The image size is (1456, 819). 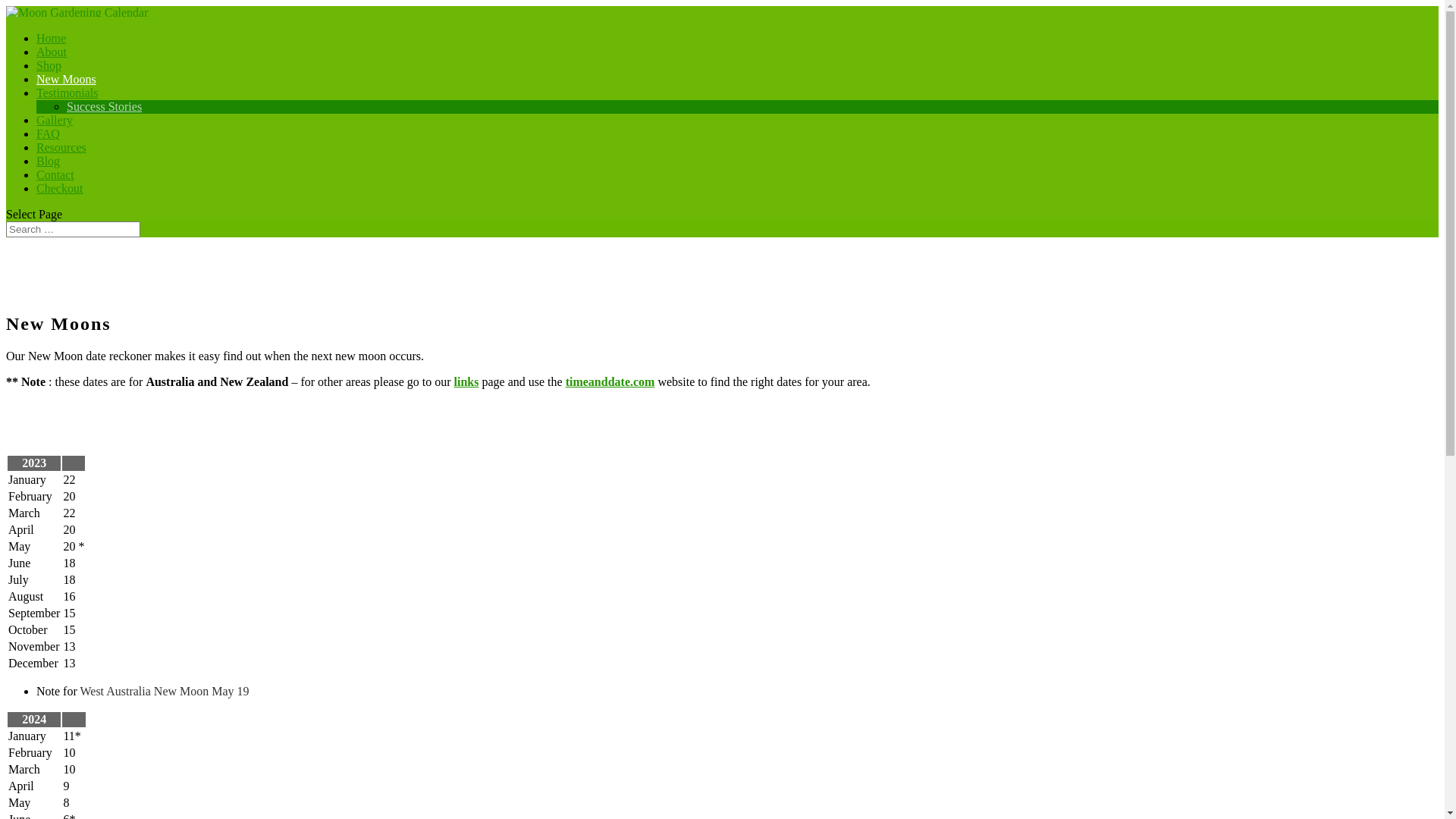 What do you see at coordinates (59, 194) in the screenshot?
I see `'Checkout'` at bounding box center [59, 194].